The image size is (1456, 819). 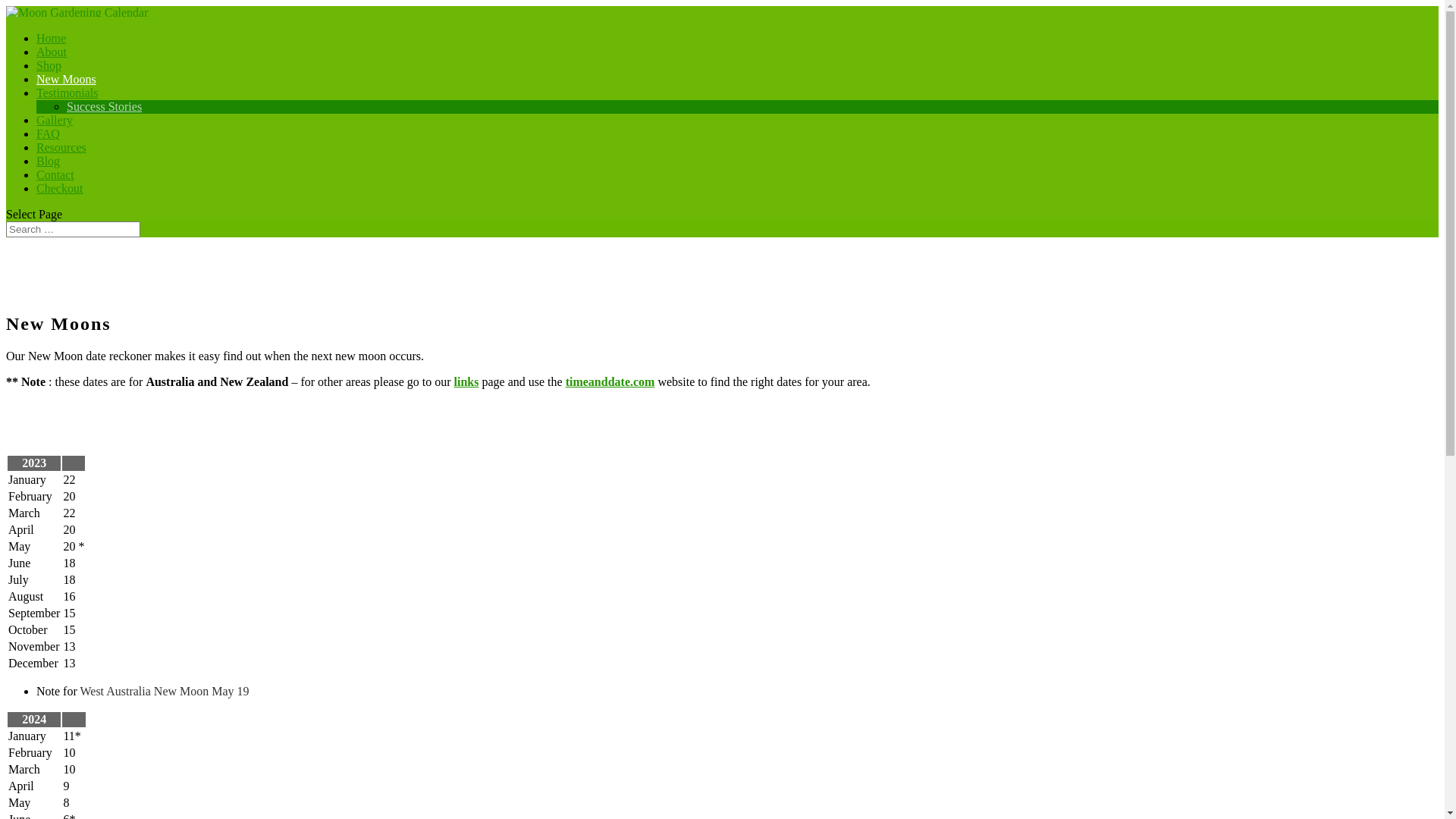 What do you see at coordinates (59, 194) in the screenshot?
I see `'Checkout'` at bounding box center [59, 194].